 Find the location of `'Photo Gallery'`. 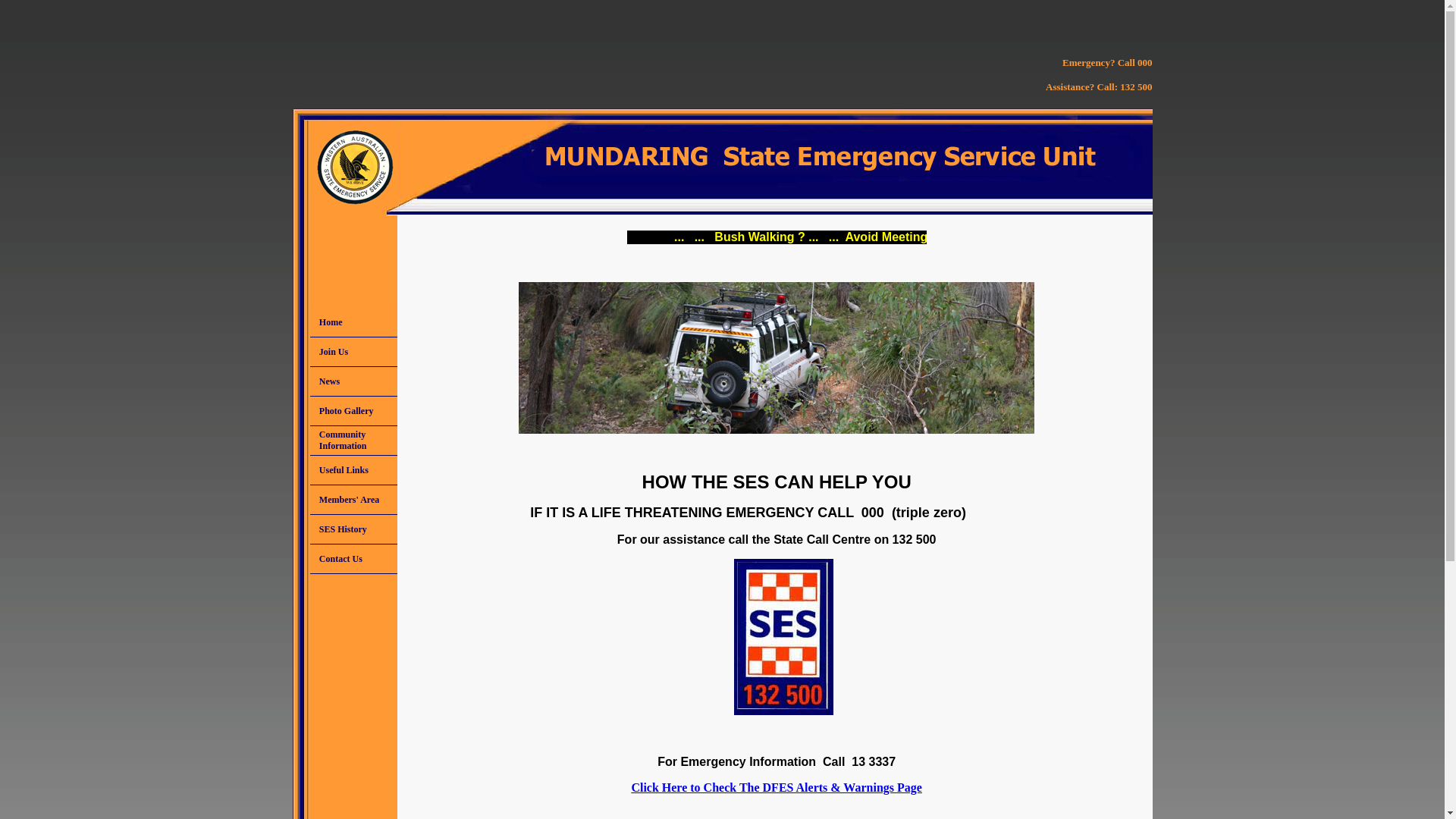

'Photo Gallery' is located at coordinates (309, 411).